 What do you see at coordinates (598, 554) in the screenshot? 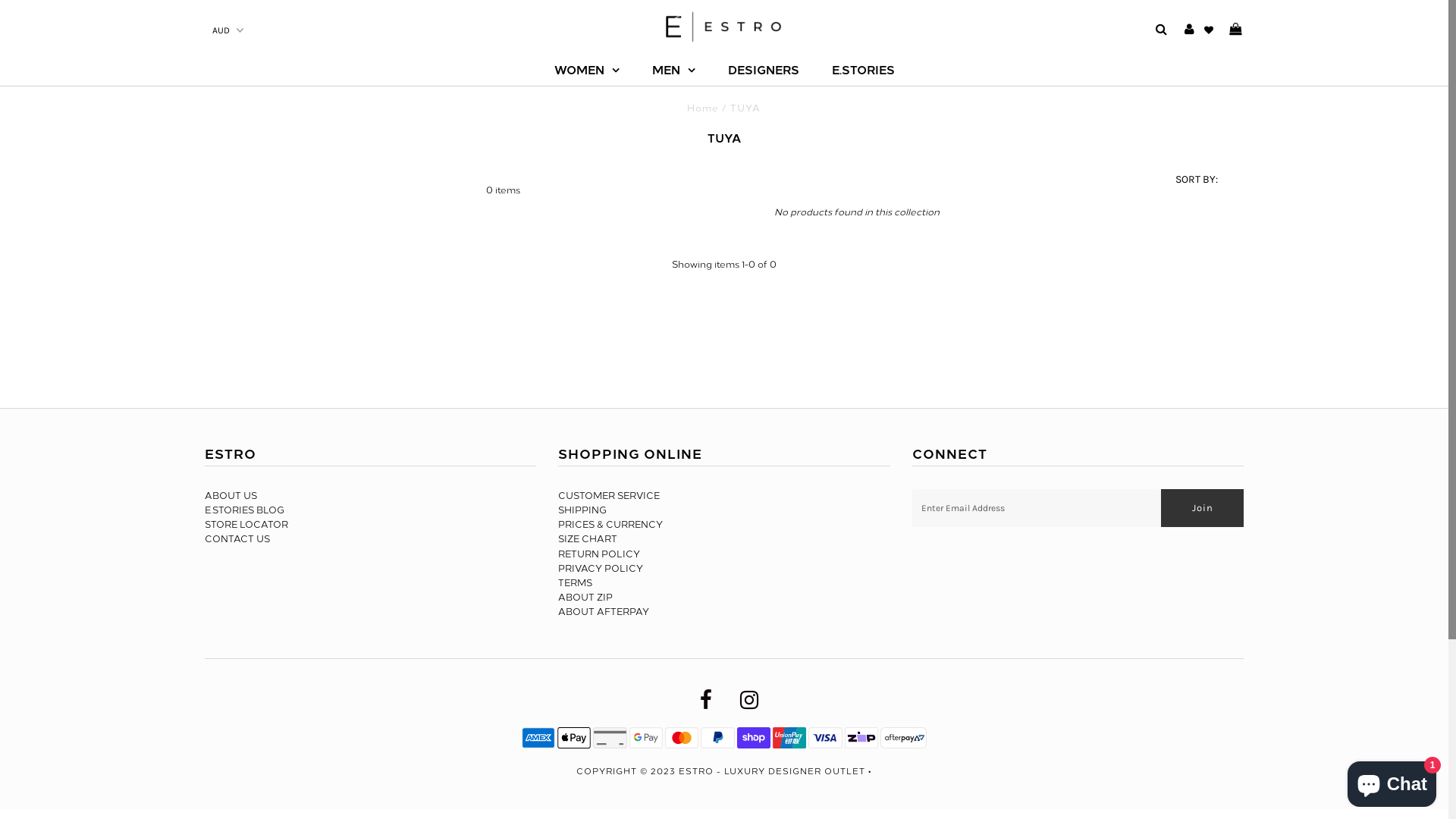
I see `'RETURN POLICY'` at bounding box center [598, 554].